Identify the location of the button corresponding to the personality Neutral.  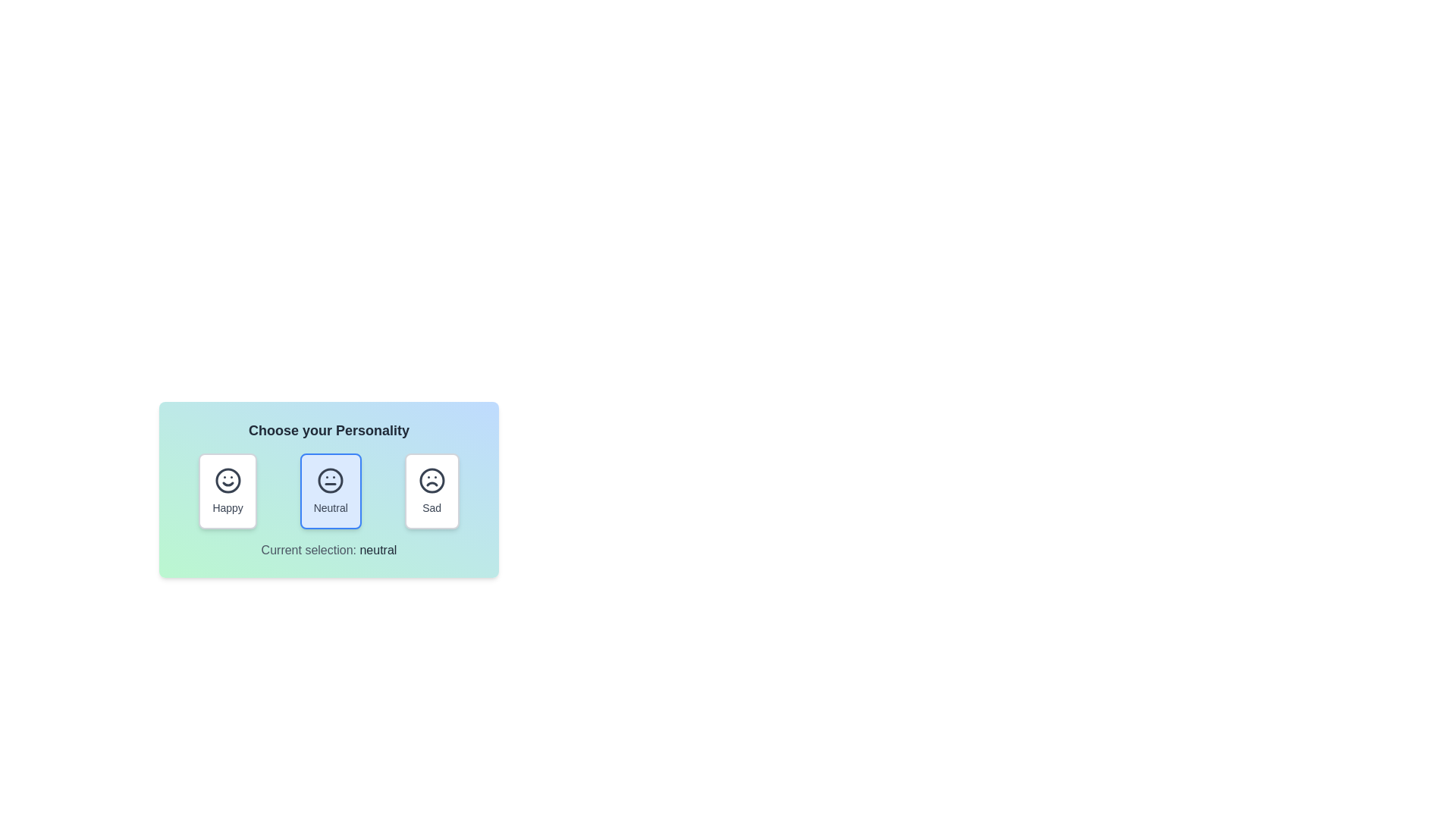
(330, 491).